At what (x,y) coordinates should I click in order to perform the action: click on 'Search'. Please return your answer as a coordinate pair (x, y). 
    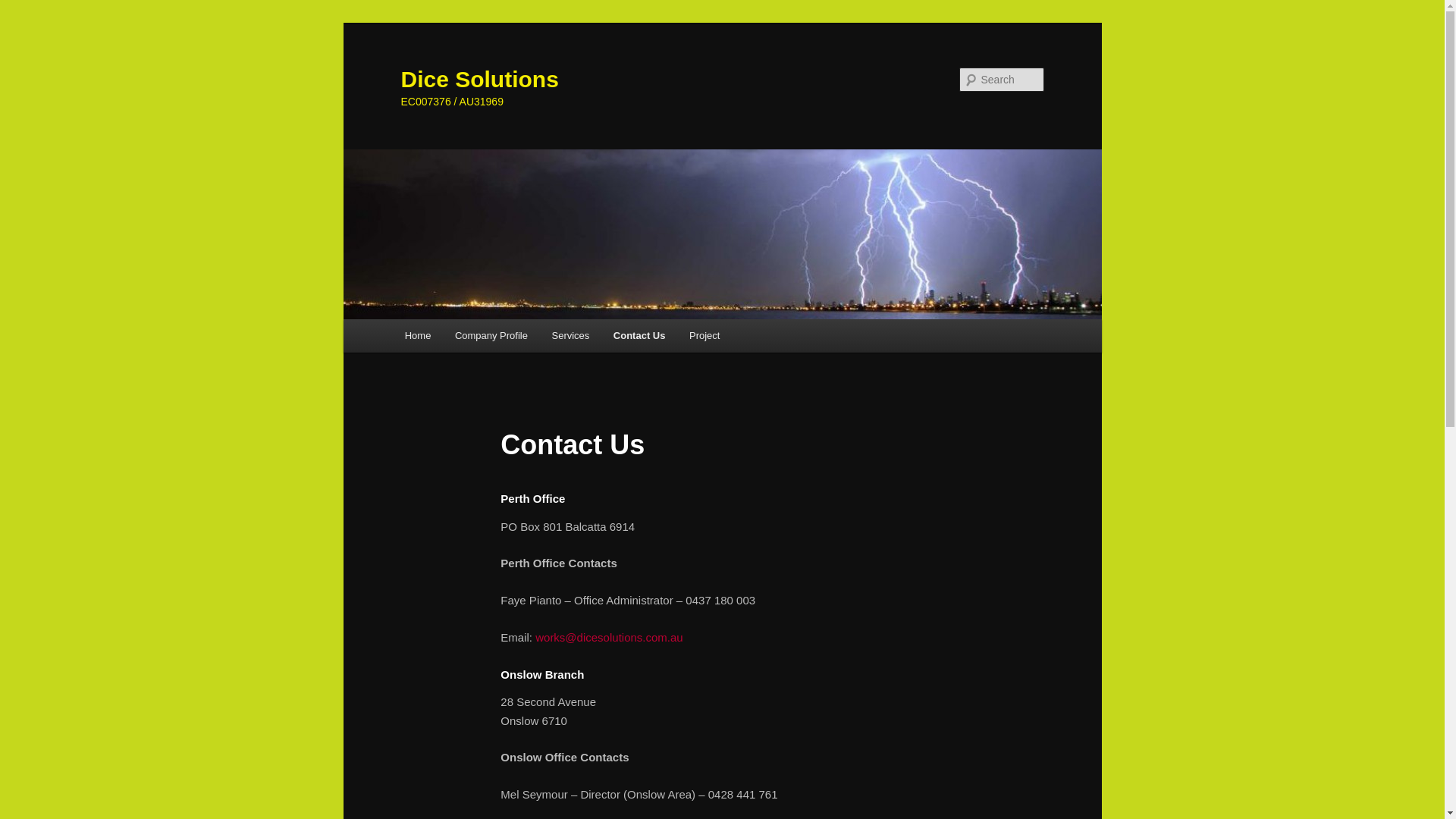
    Looking at the image, I should click on (24, 8).